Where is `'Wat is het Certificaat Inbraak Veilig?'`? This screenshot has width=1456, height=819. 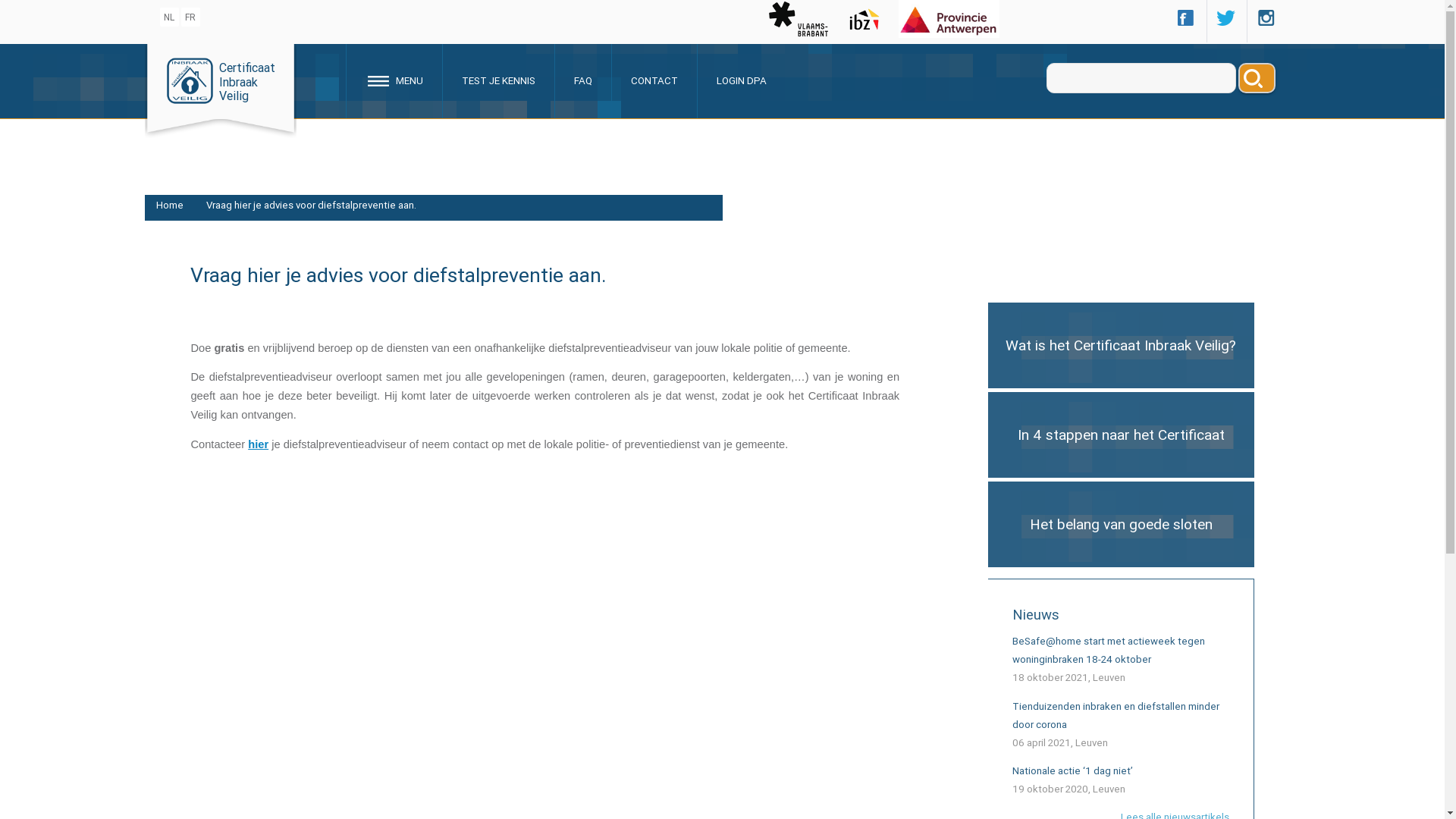
'Wat is het Certificaat Inbraak Veilig?' is located at coordinates (1121, 345).